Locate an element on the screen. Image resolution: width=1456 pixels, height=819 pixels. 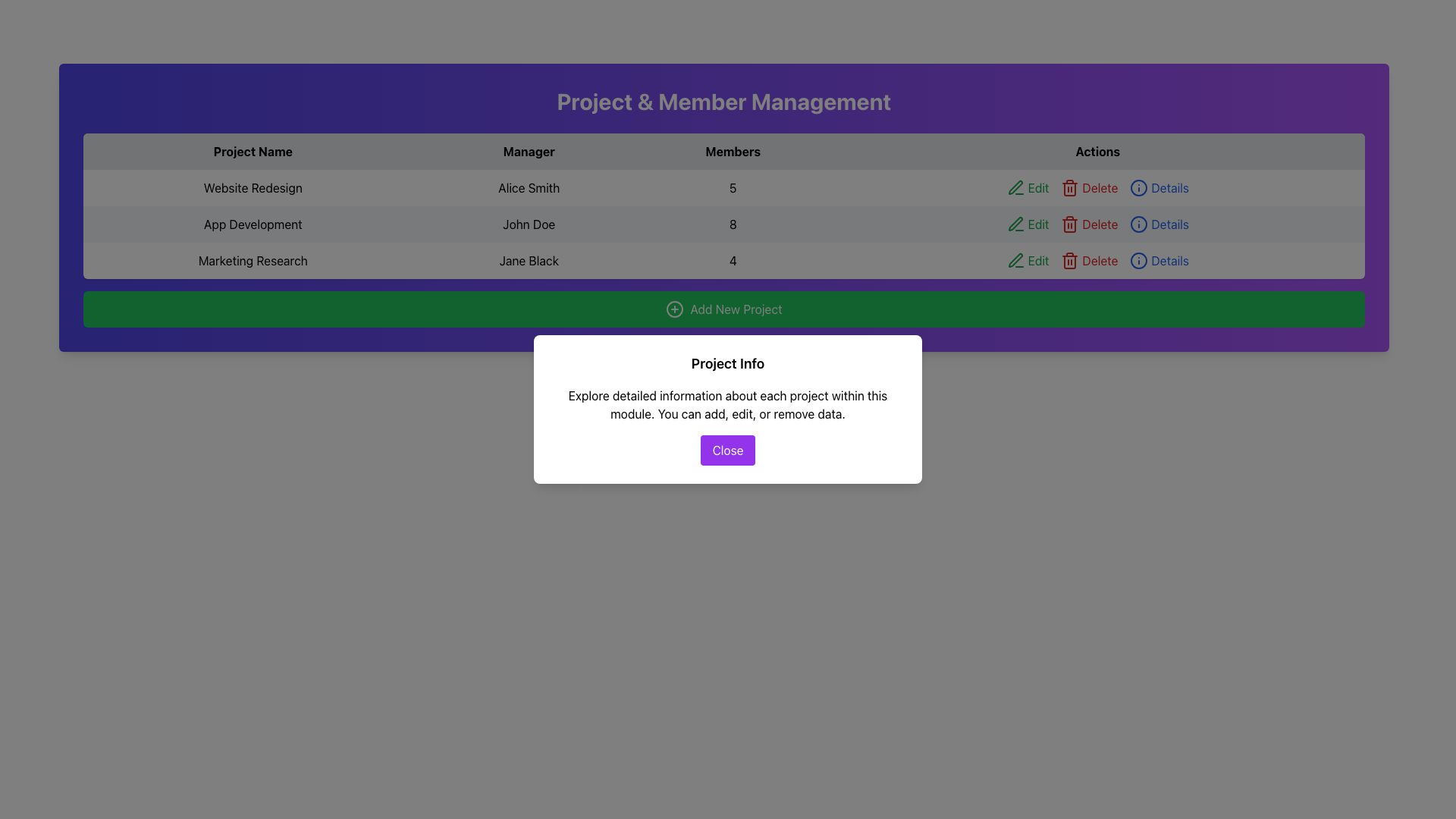
the 'Members' column header in the data table, which is the third column header located between the 'Manager' and 'Actions' column headers is located at coordinates (733, 152).